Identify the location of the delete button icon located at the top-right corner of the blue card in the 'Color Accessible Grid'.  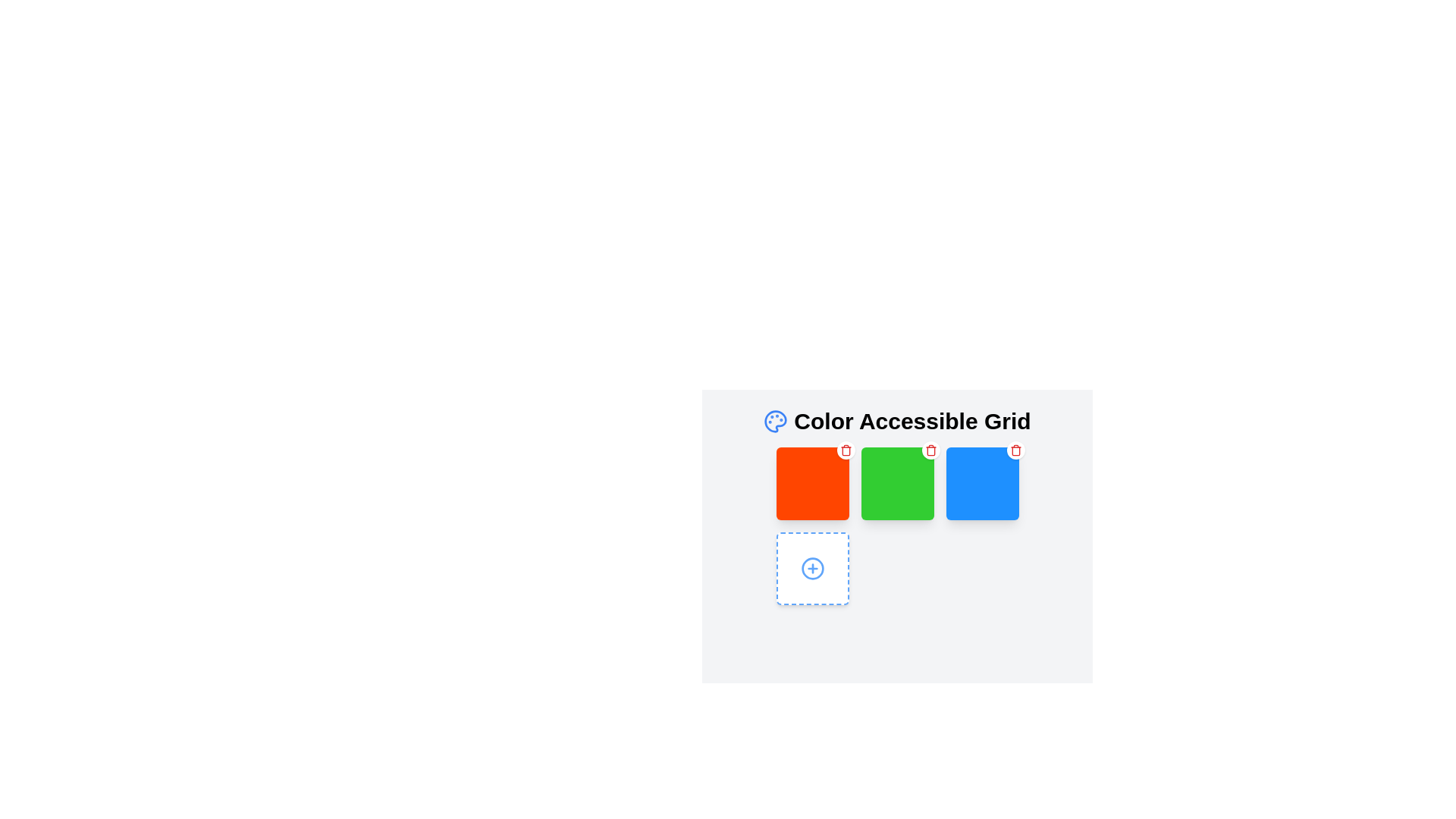
(1015, 450).